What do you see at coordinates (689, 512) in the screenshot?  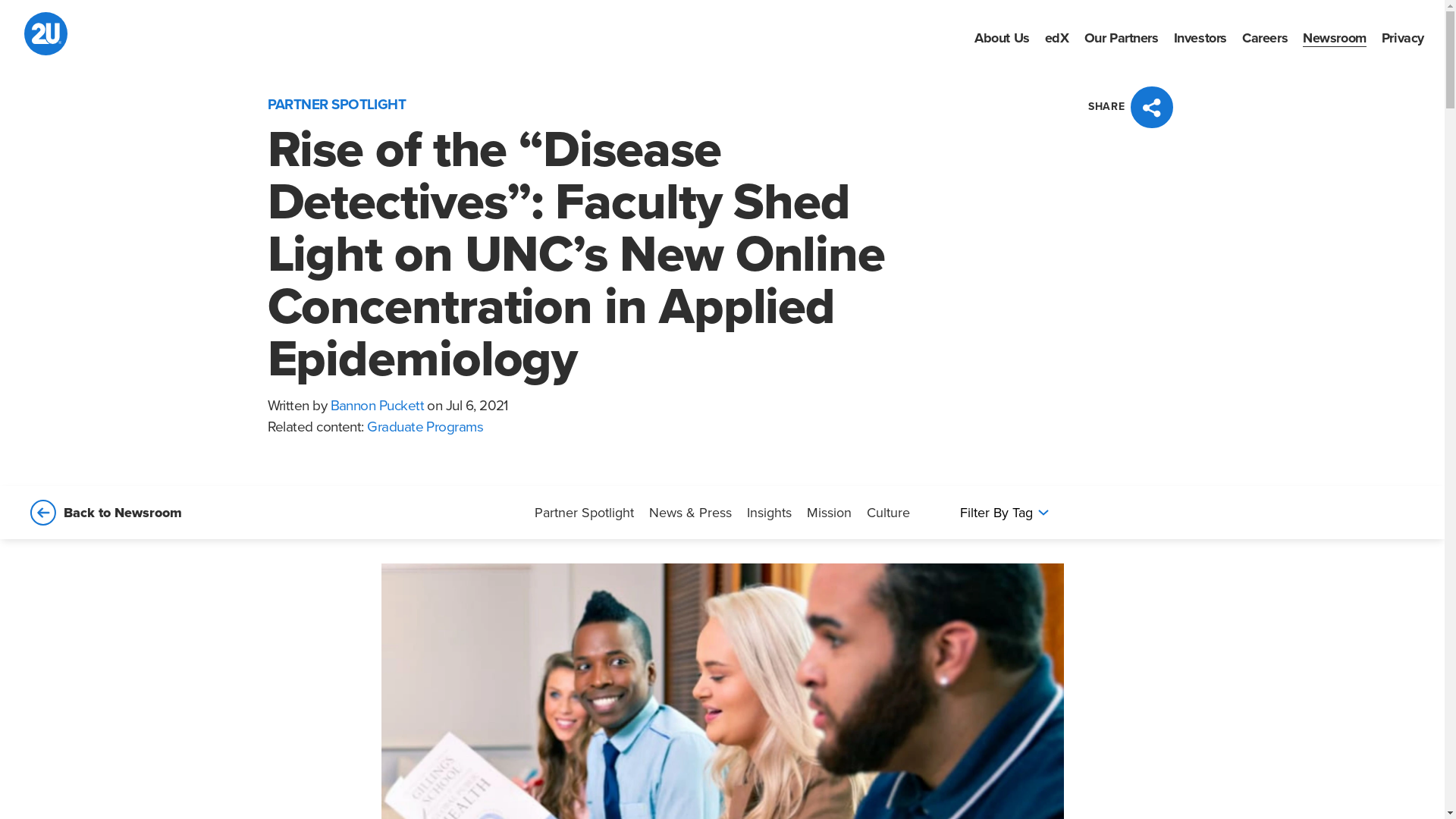 I see `'News & Press'` at bounding box center [689, 512].